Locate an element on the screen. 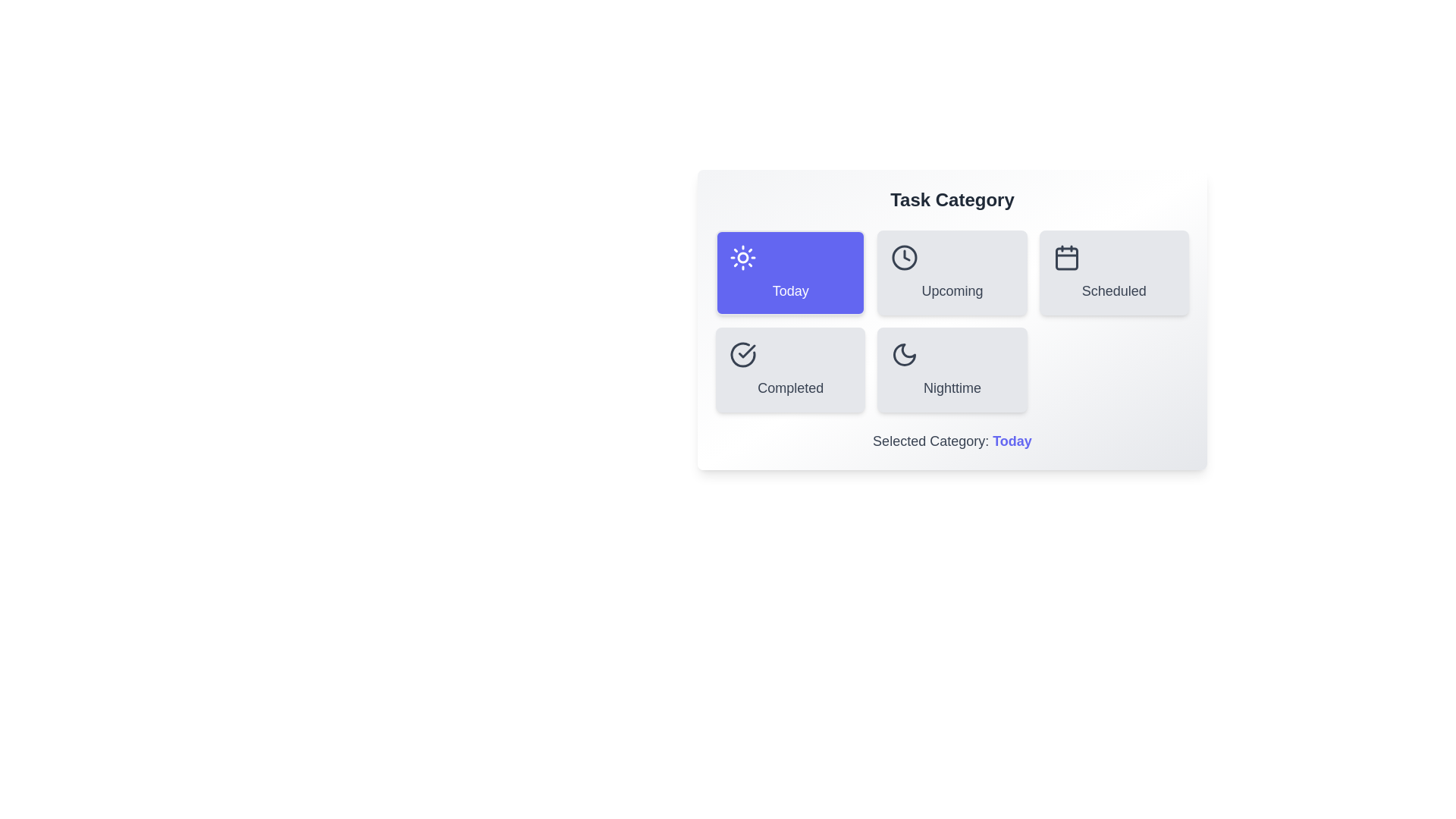  the icon of the Completed category button is located at coordinates (742, 354).